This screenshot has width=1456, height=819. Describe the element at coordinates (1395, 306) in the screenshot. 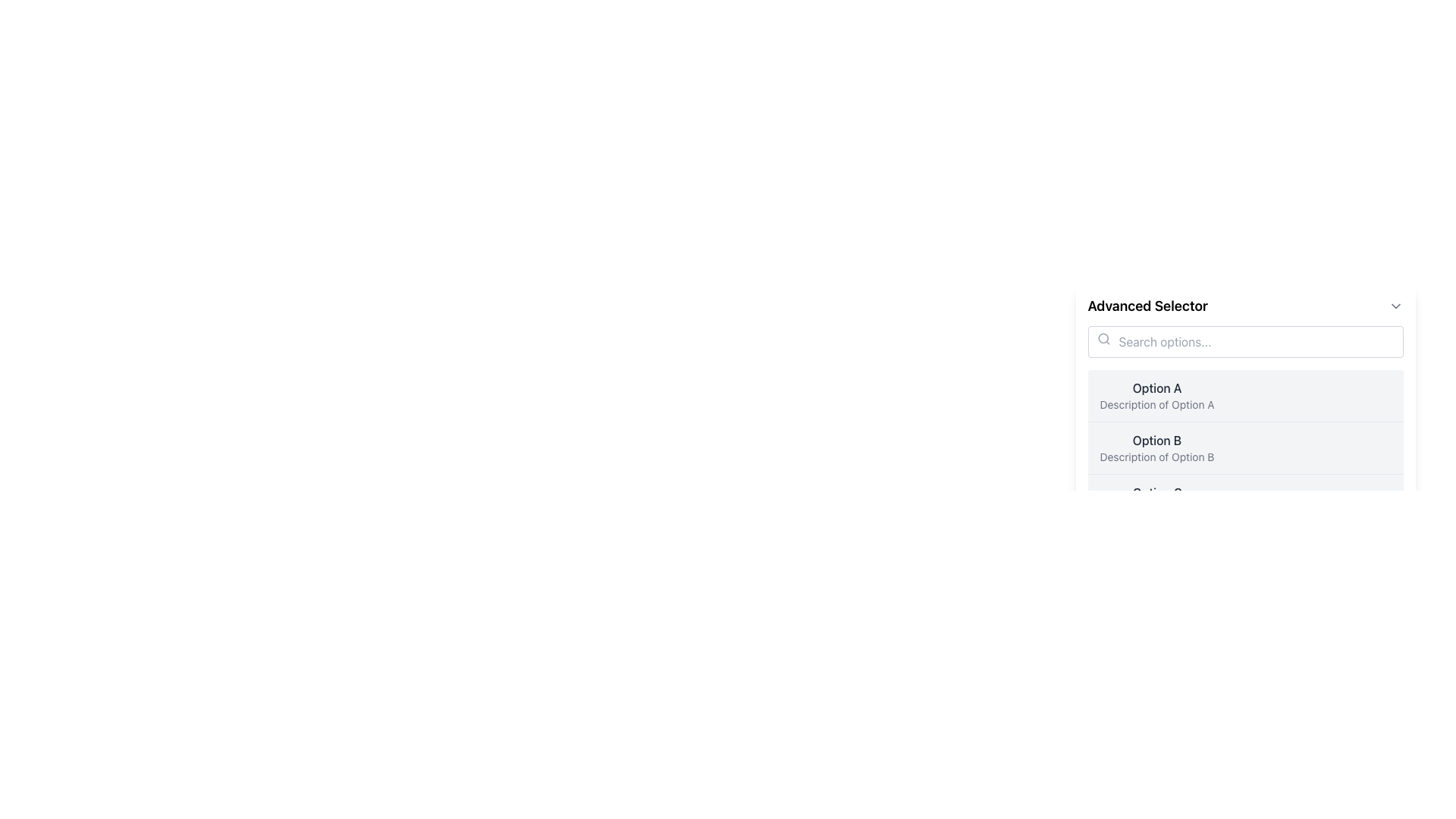

I see `the chevron-down icon located at the upper-right section of the dropdown control to change its color from muted gray to blue` at that location.